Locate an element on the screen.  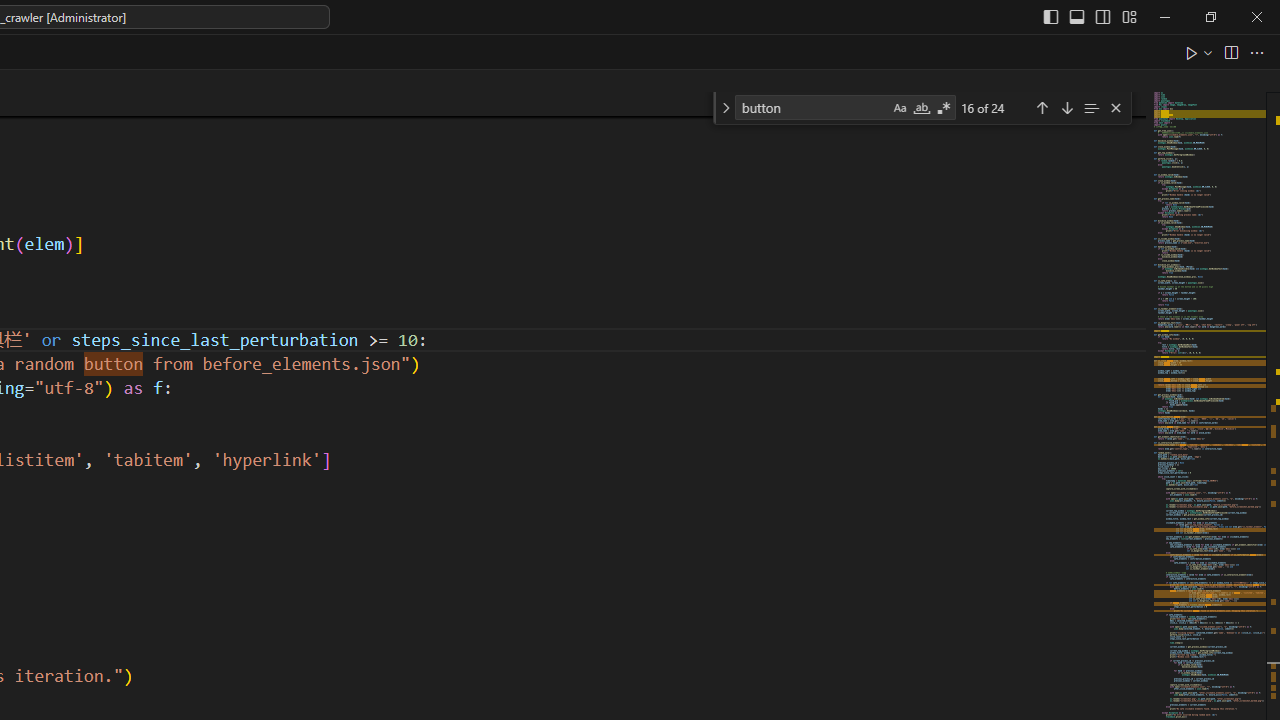
'Title actions' is located at coordinates (1088, 16).